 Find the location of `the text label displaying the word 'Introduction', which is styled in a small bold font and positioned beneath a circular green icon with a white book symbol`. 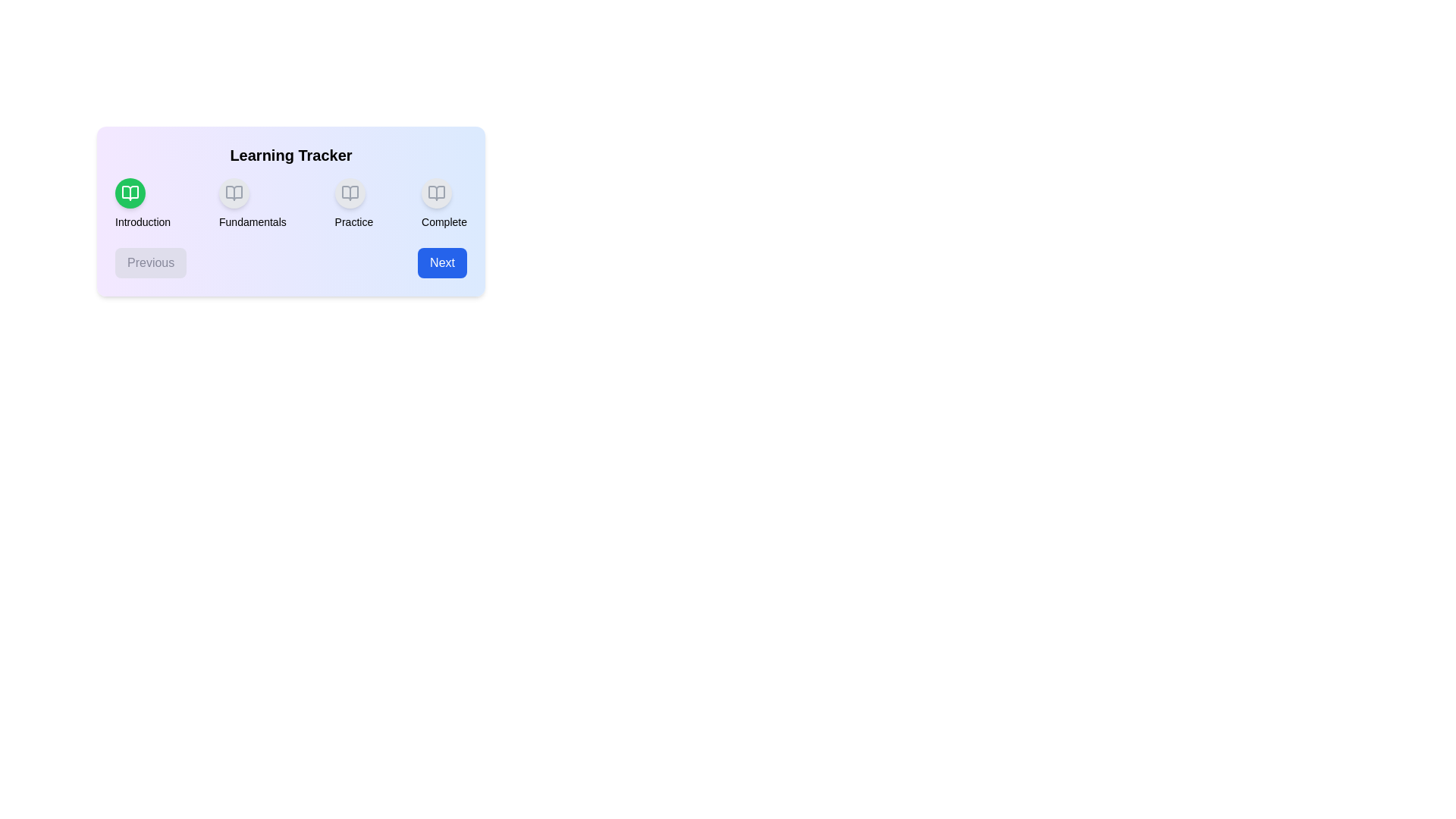

the text label displaying the word 'Introduction', which is styled in a small bold font and positioned beneath a circular green icon with a white book symbol is located at coordinates (143, 222).